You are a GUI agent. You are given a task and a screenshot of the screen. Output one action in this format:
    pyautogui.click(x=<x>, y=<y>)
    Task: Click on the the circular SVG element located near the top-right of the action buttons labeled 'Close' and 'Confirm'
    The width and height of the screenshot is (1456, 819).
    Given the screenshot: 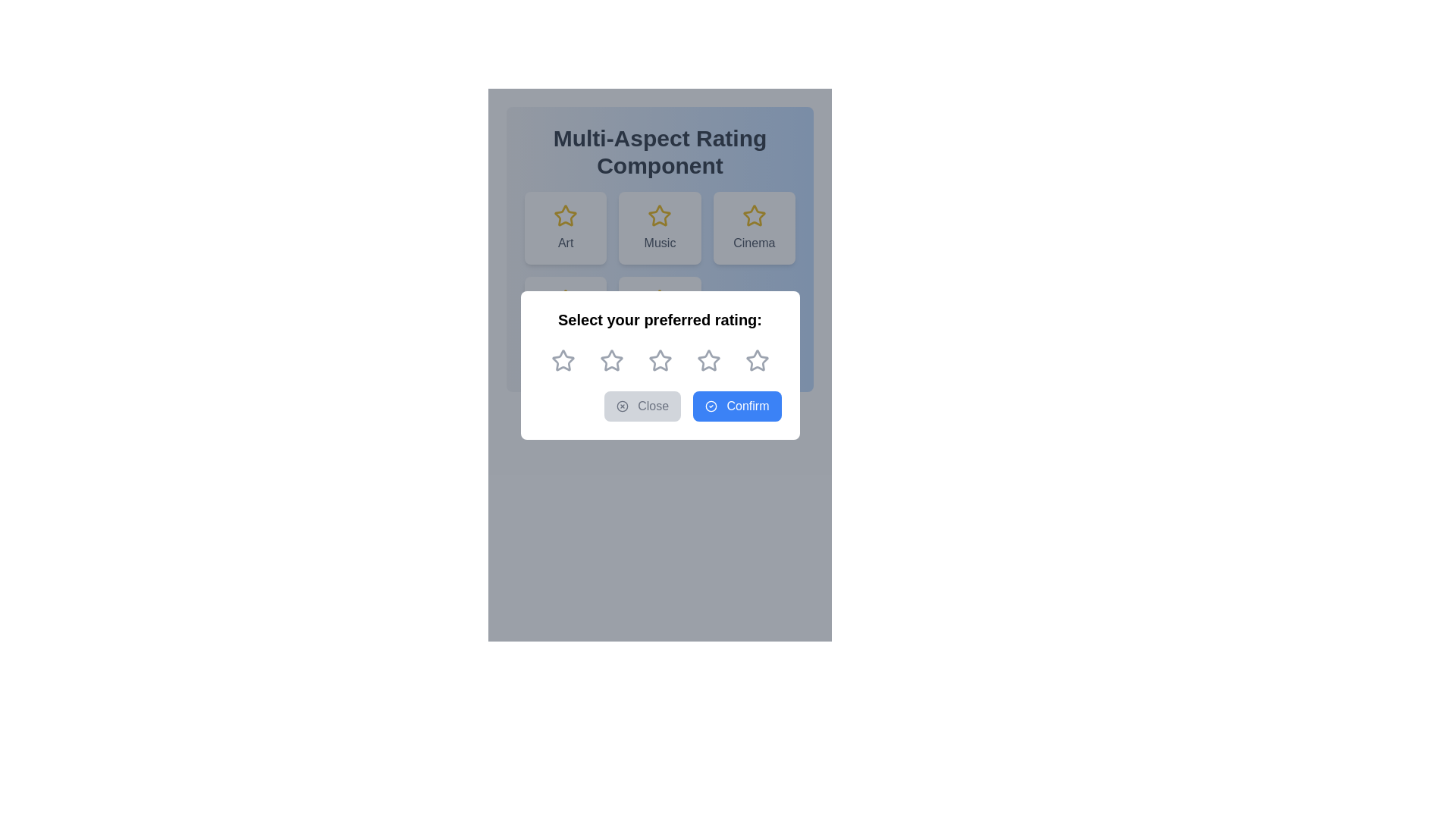 What is the action you would take?
    pyautogui.click(x=622, y=406)
    